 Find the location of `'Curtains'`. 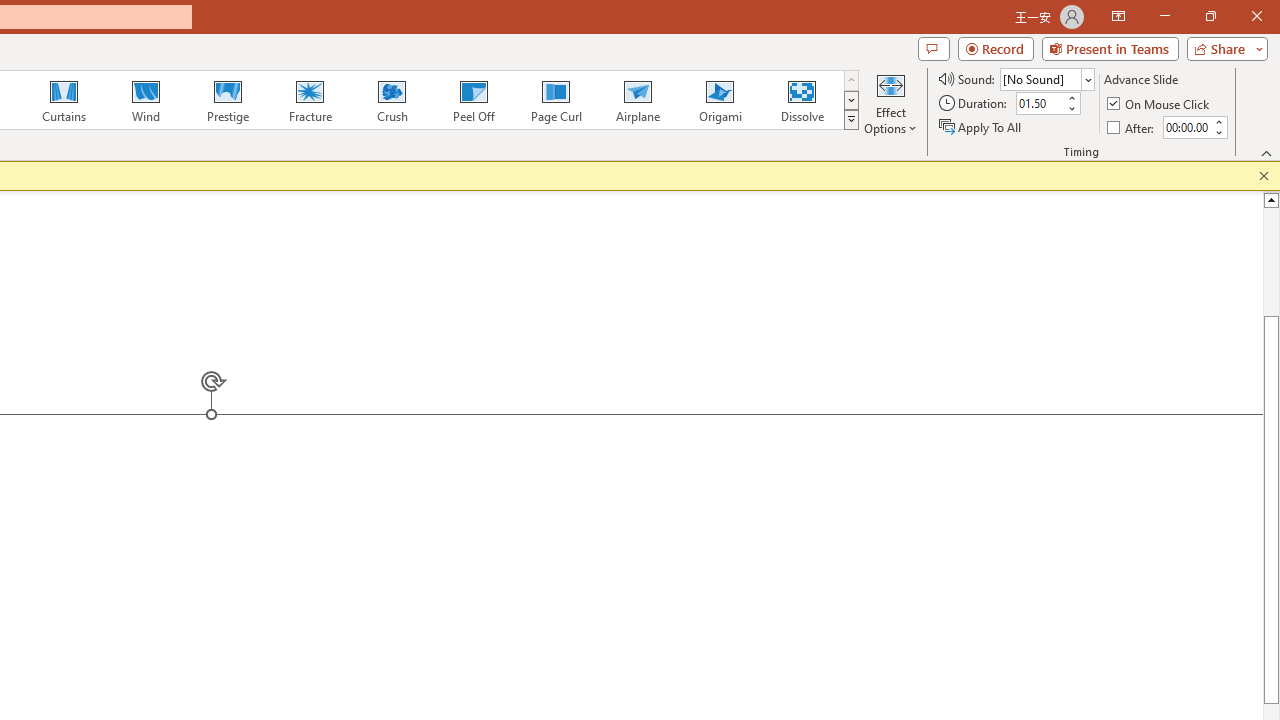

'Curtains' is located at coordinates (64, 100).